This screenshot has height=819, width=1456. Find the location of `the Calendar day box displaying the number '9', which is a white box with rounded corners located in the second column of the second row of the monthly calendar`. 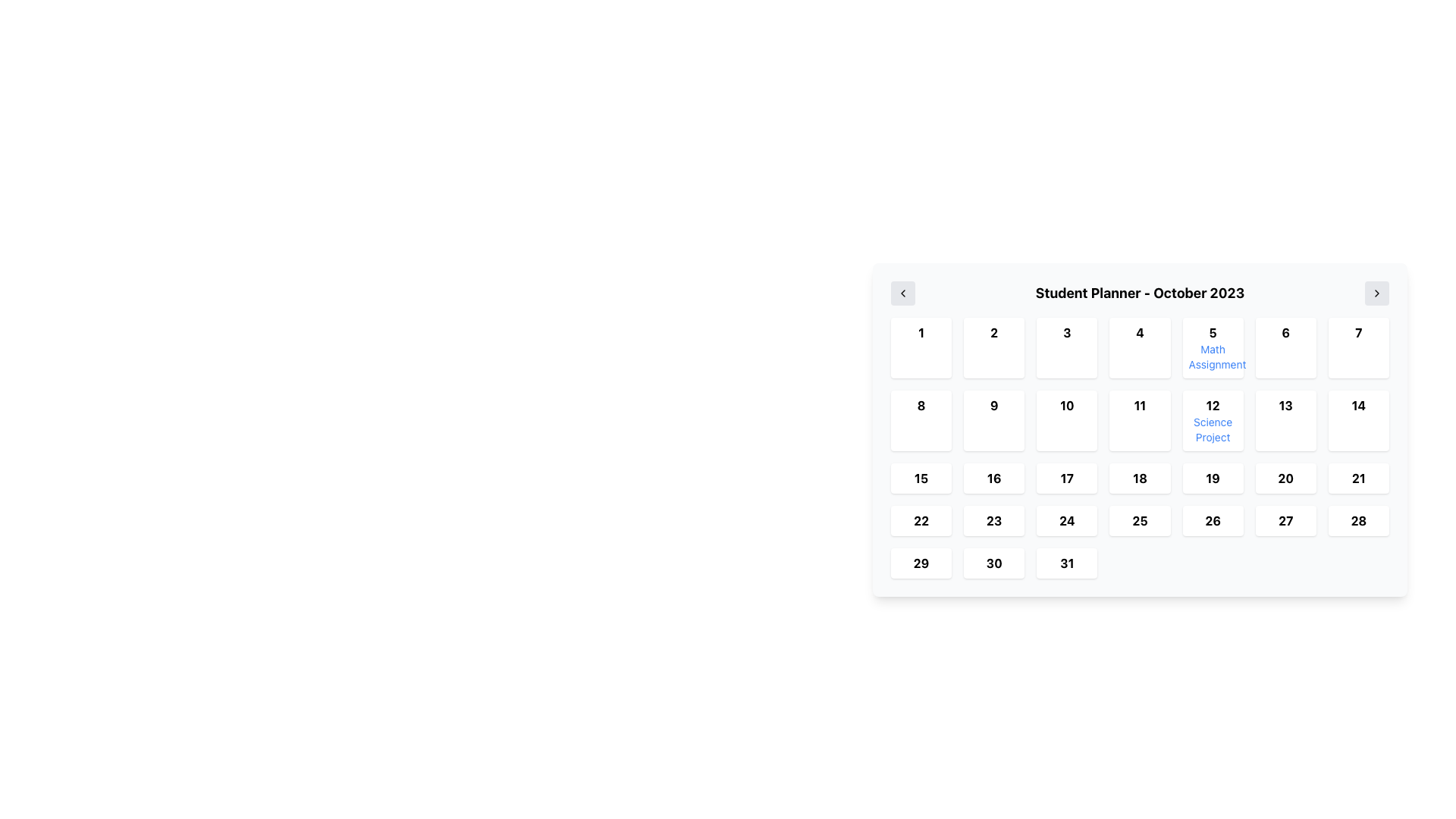

the Calendar day box displaying the number '9', which is a white box with rounded corners located in the second column of the second row of the monthly calendar is located at coordinates (994, 421).